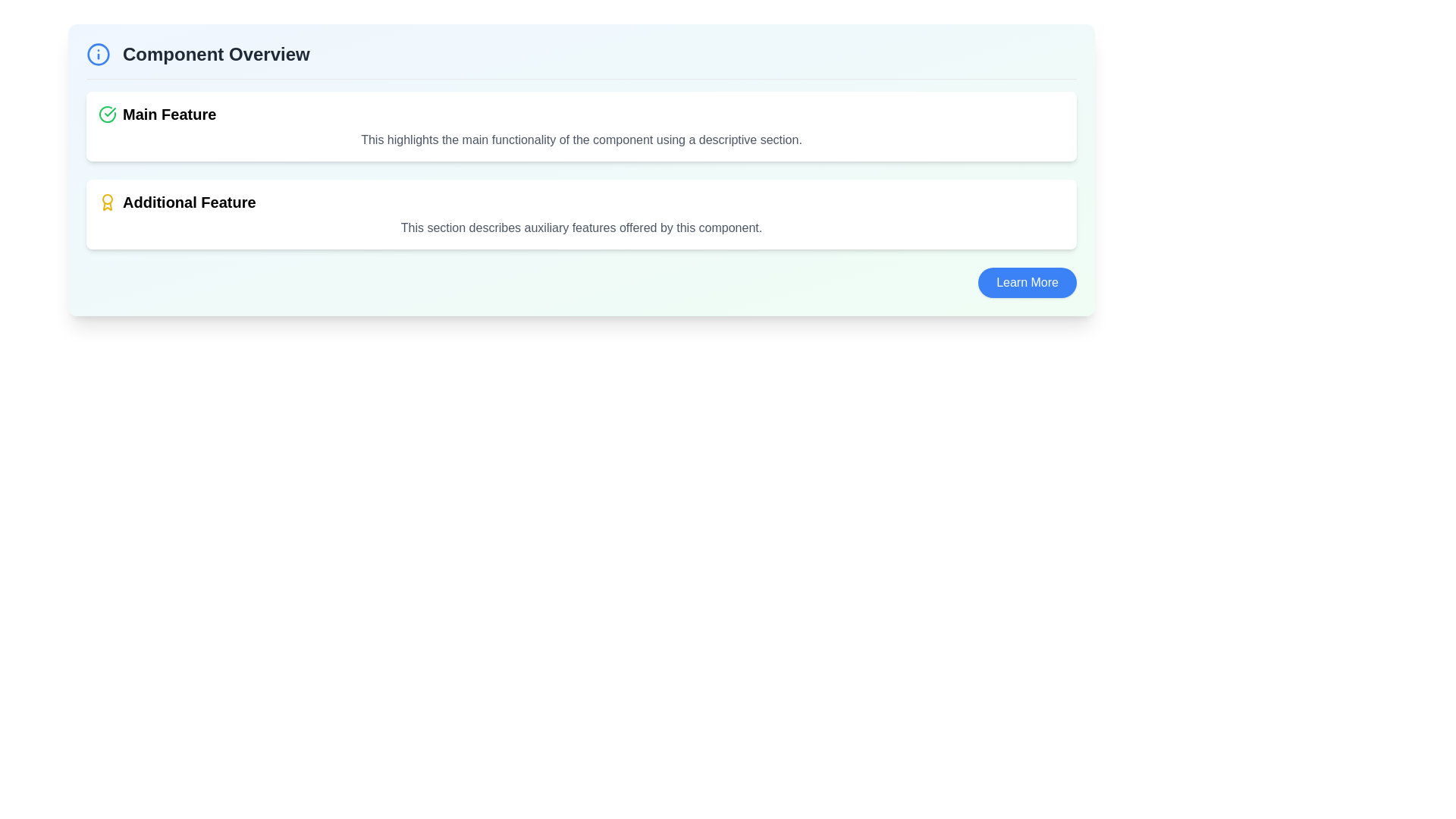  Describe the element at coordinates (215, 54) in the screenshot. I see `descriptive header text located at the top-left area of the section, aligned to the right of an informative icon` at that location.